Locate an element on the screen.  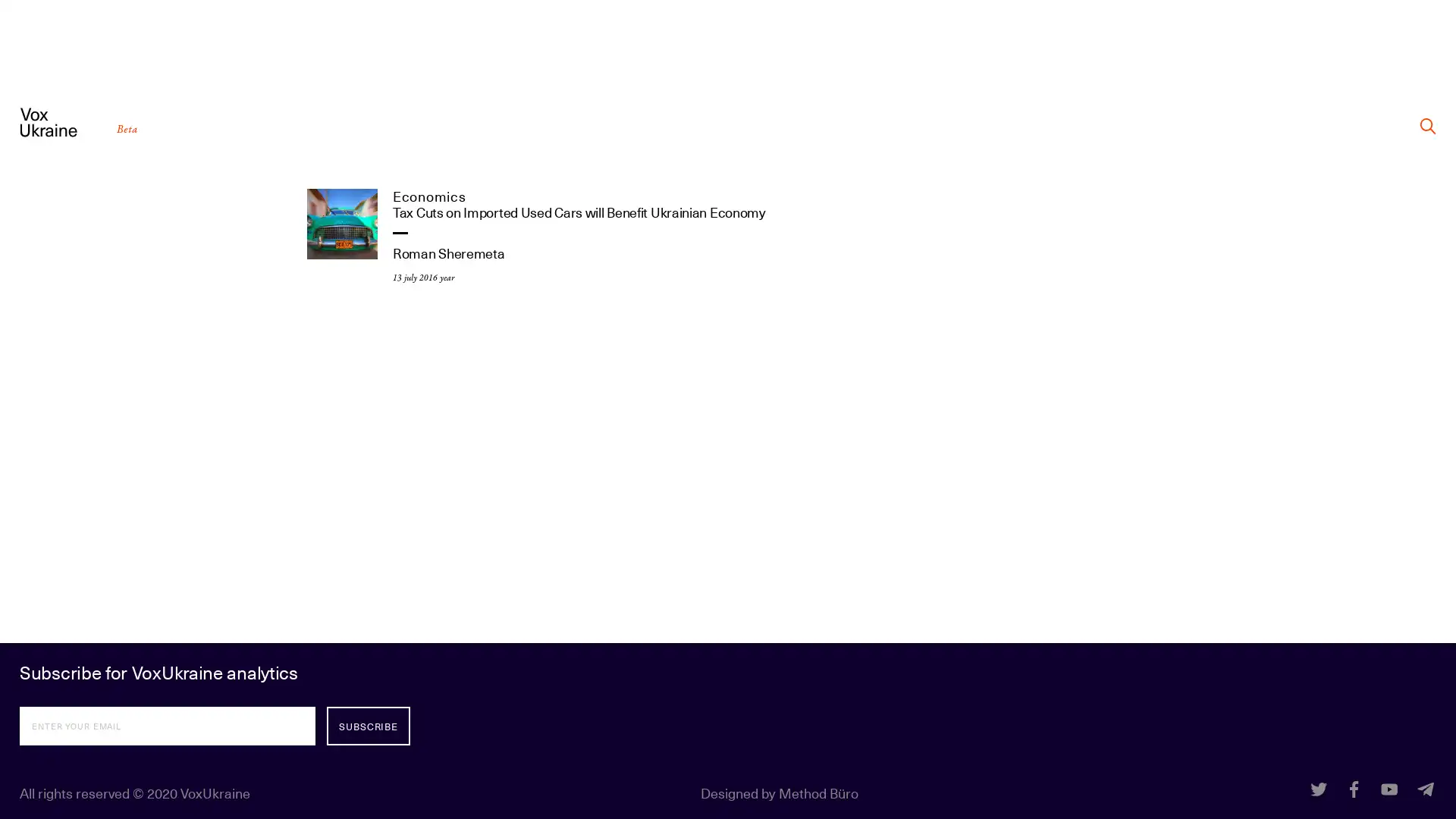
Subscribe is located at coordinates (368, 725).